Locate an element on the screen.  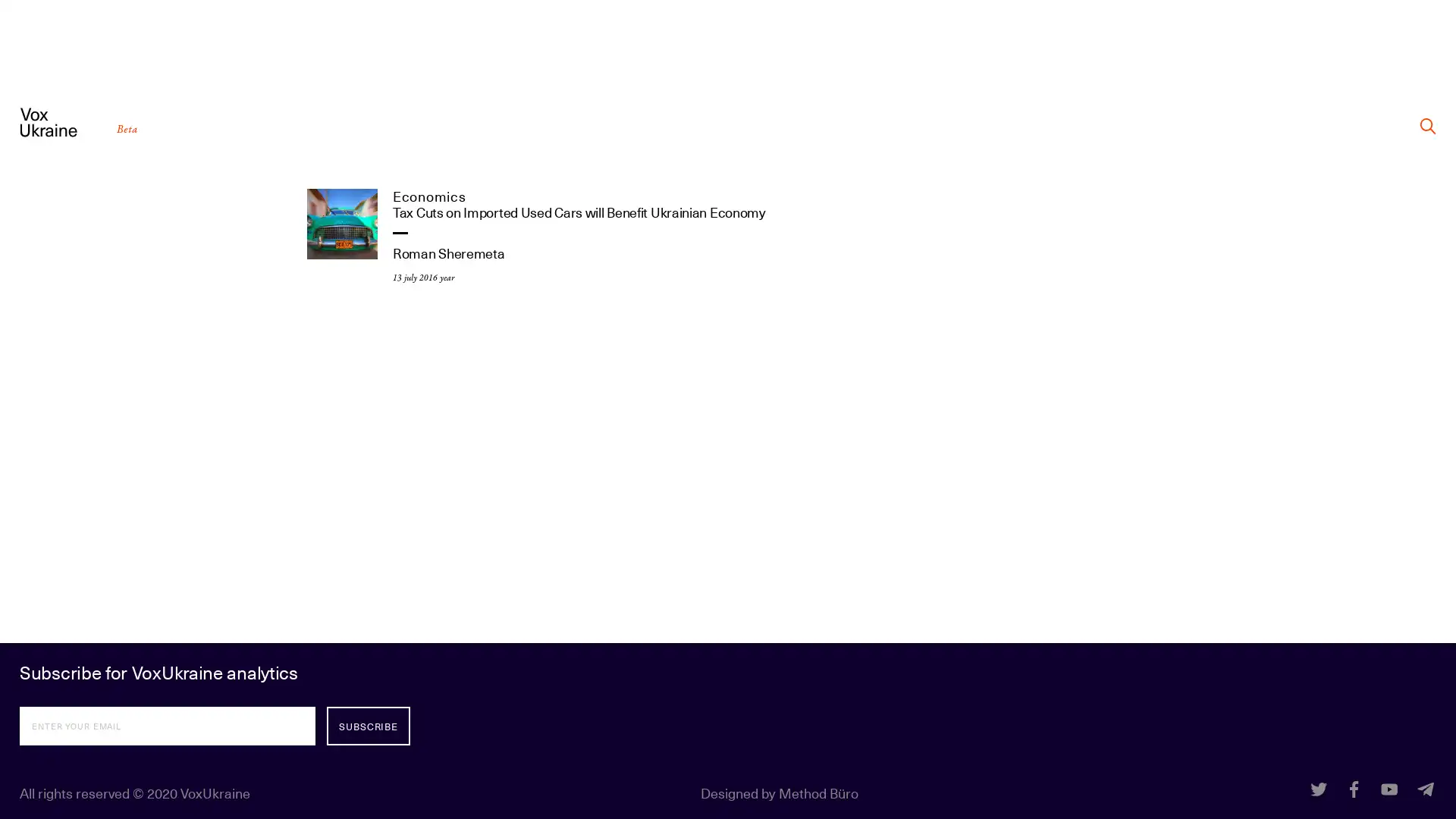
Subscribe is located at coordinates (368, 725).